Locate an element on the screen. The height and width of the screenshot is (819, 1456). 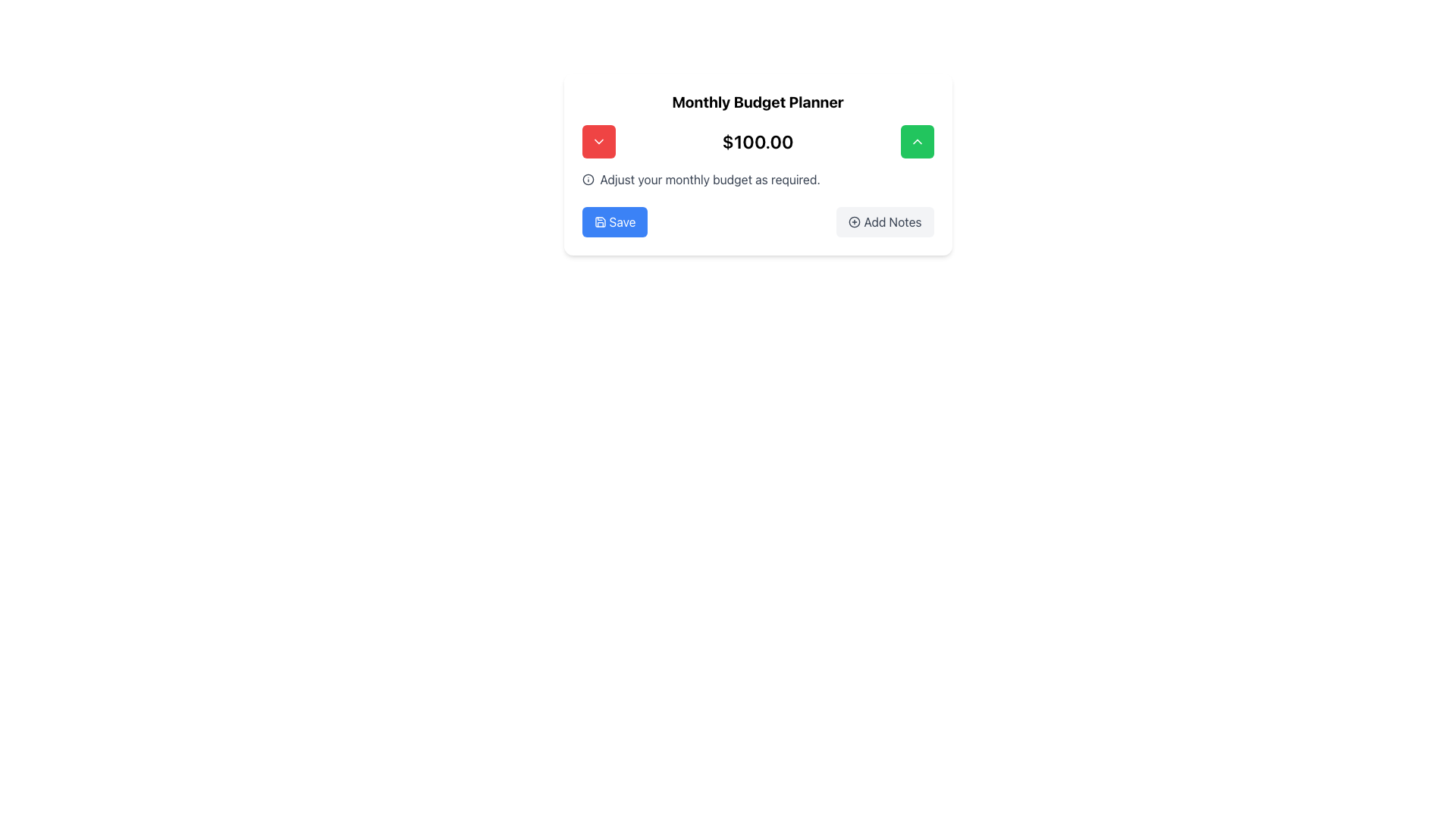
the 'Add Notes' button located on the right side of the Button Group at the bottom center of the 'Monthly Budget Planner' card is located at coordinates (758, 222).